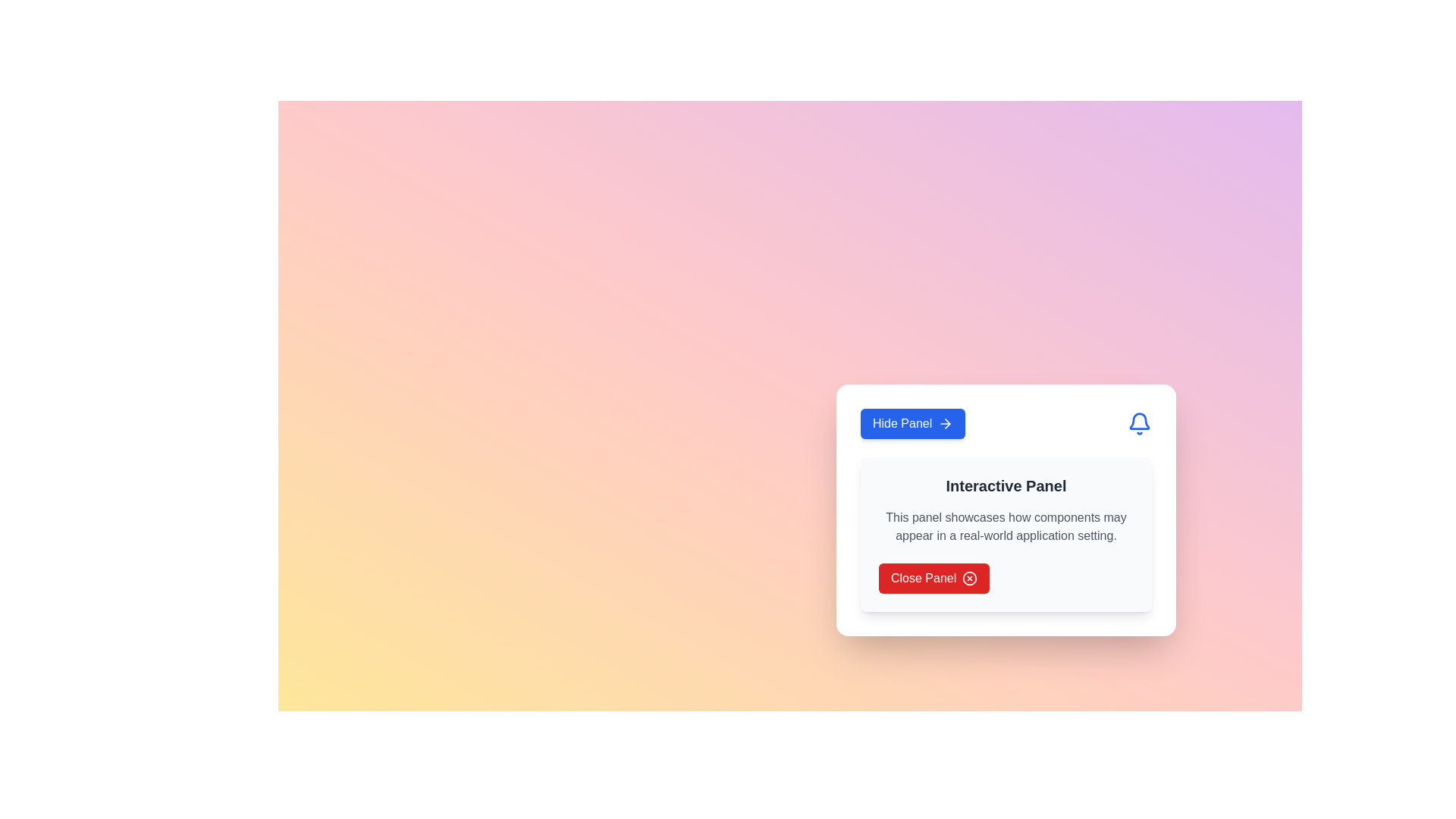  What do you see at coordinates (1006, 510) in the screenshot?
I see `information displayed in the 'Interactive Panel' modal, which includes a title and descriptive text` at bounding box center [1006, 510].